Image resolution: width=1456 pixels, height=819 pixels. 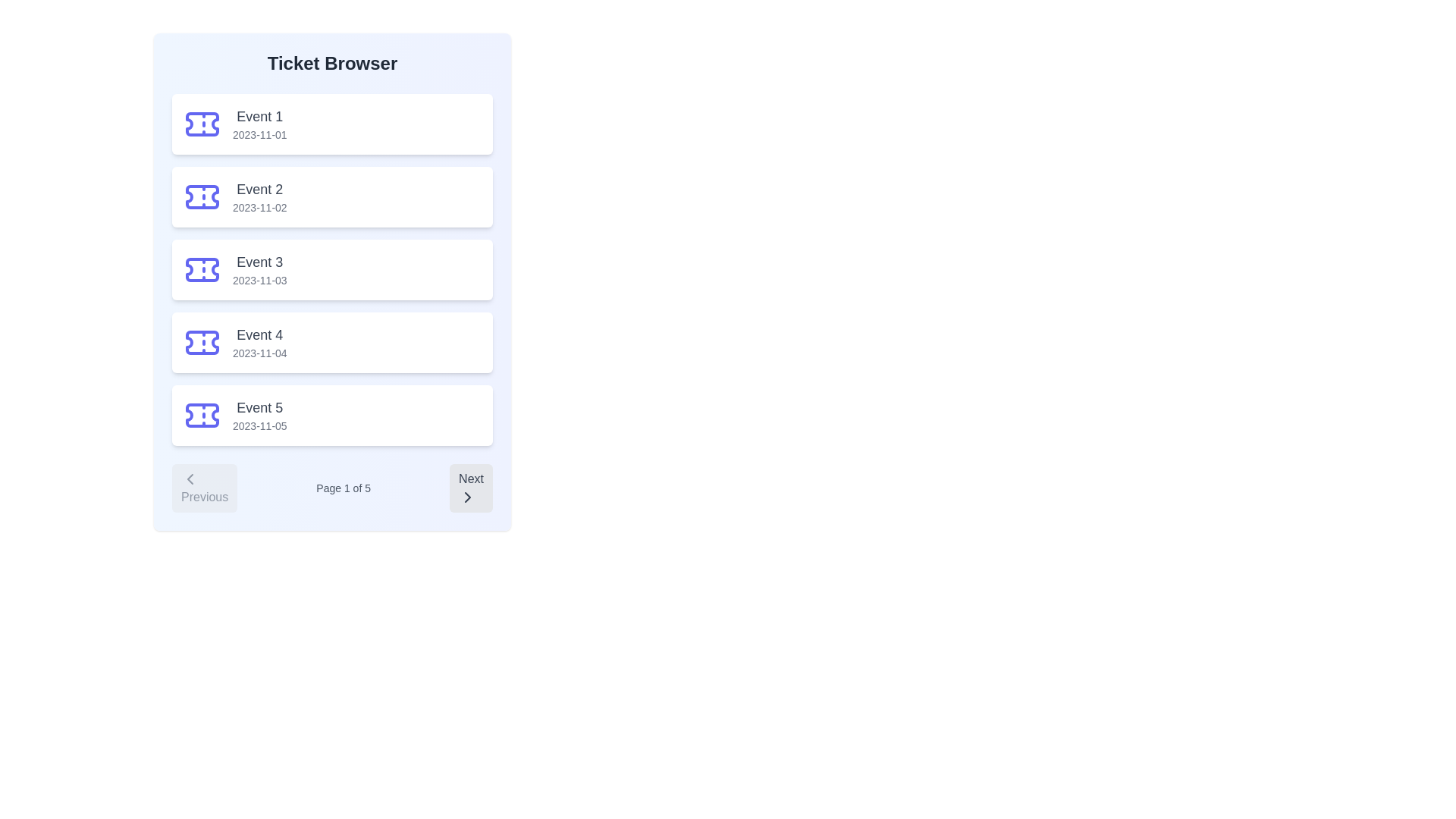 I want to click on the static text label displaying the date associated with 'Event 1', which is located inside the first event box in a vertical list of events, positioned below the sibling element with the text 'Event 1', so click(x=259, y=133).